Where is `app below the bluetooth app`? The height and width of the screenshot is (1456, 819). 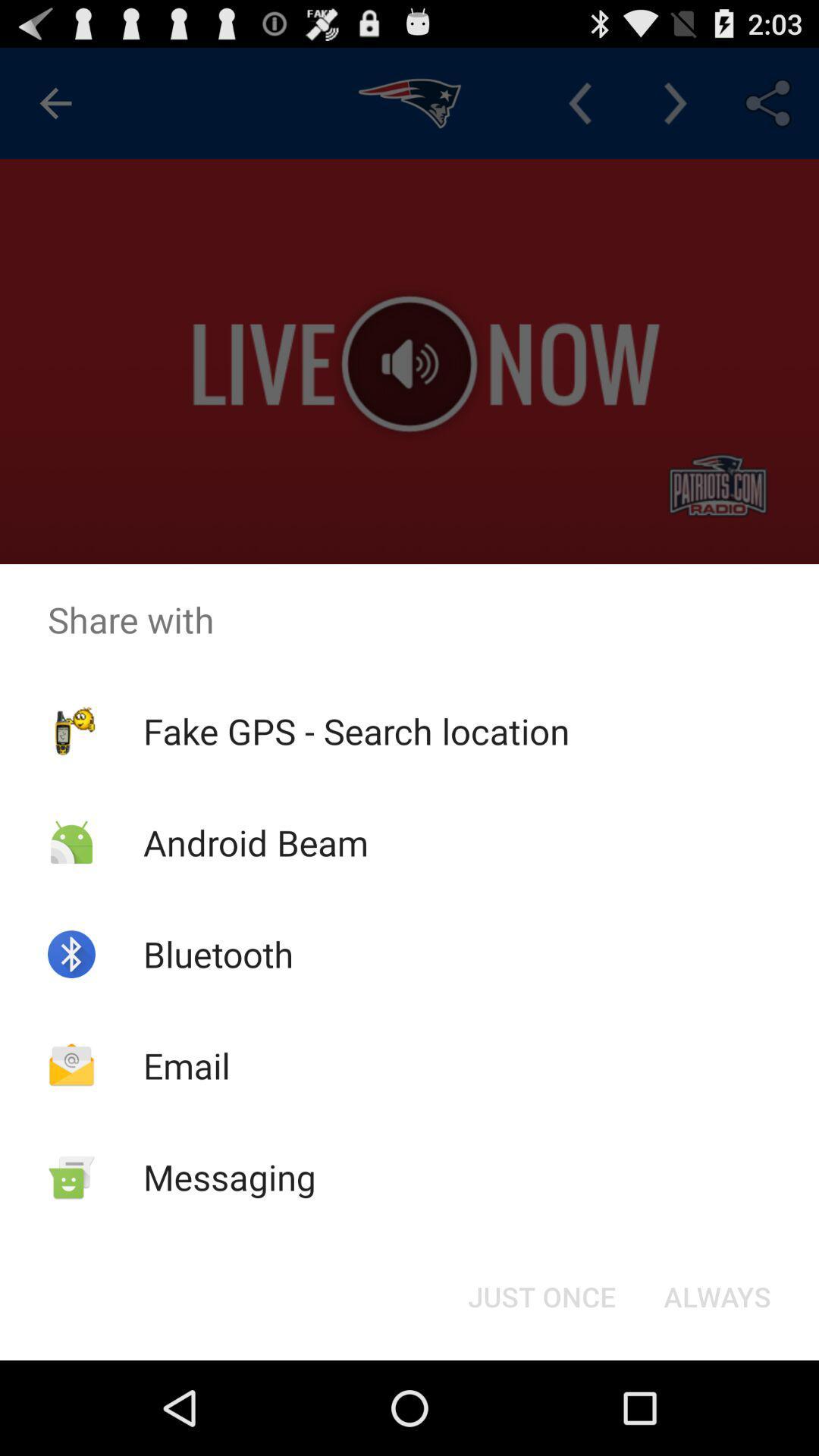
app below the bluetooth app is located at coordinates (186, 1065).